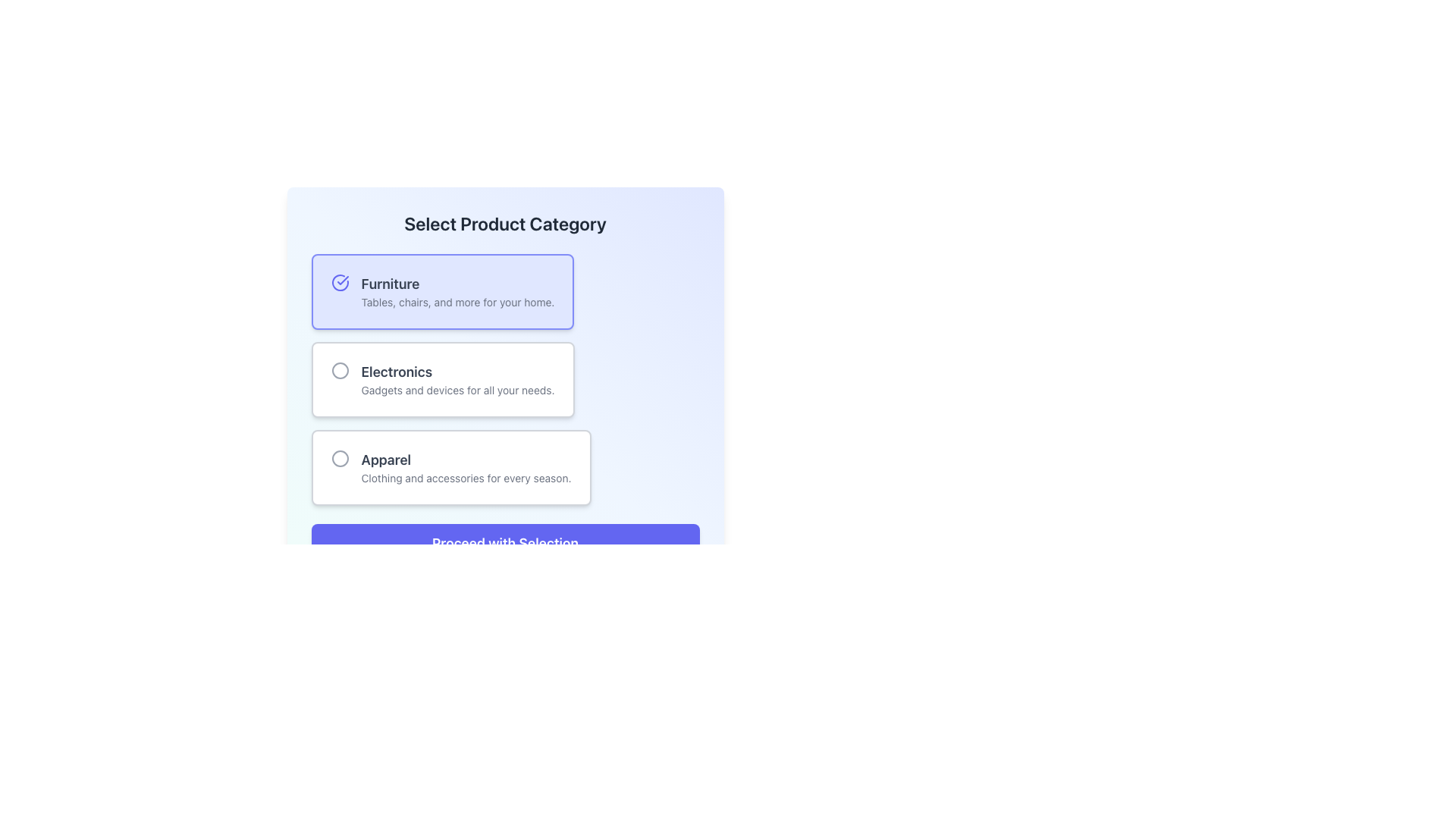 This screenshot has width=1456, height=819. What do you see at coordinates (339, 458) in the screenshot?
I see `the circular outline of the radio button located under the 'Apparel' section of the UI, which is styled as a gray circle with no fill` at bounding box center [339, 458].